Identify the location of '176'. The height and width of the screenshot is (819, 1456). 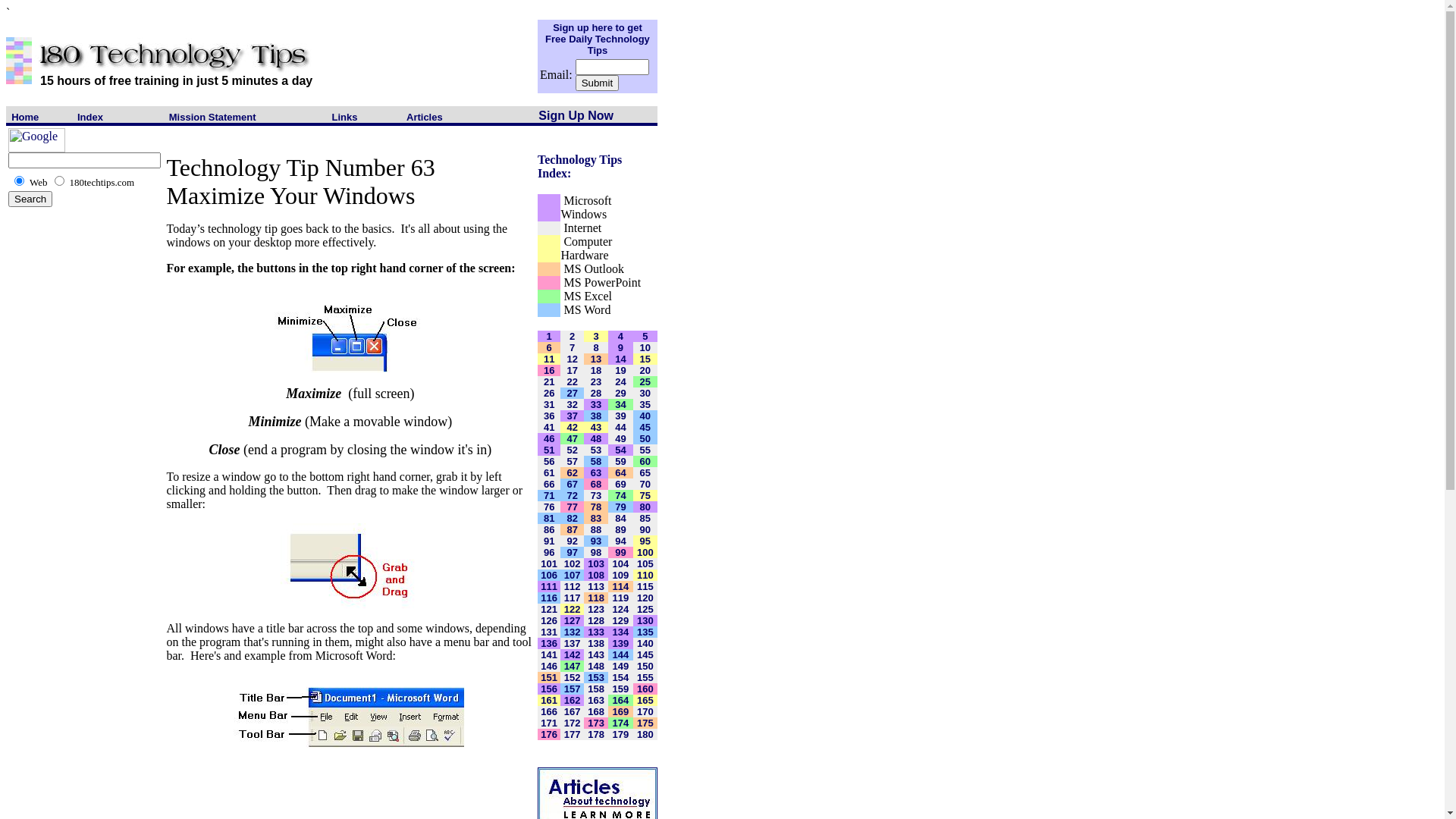
(548, 733).